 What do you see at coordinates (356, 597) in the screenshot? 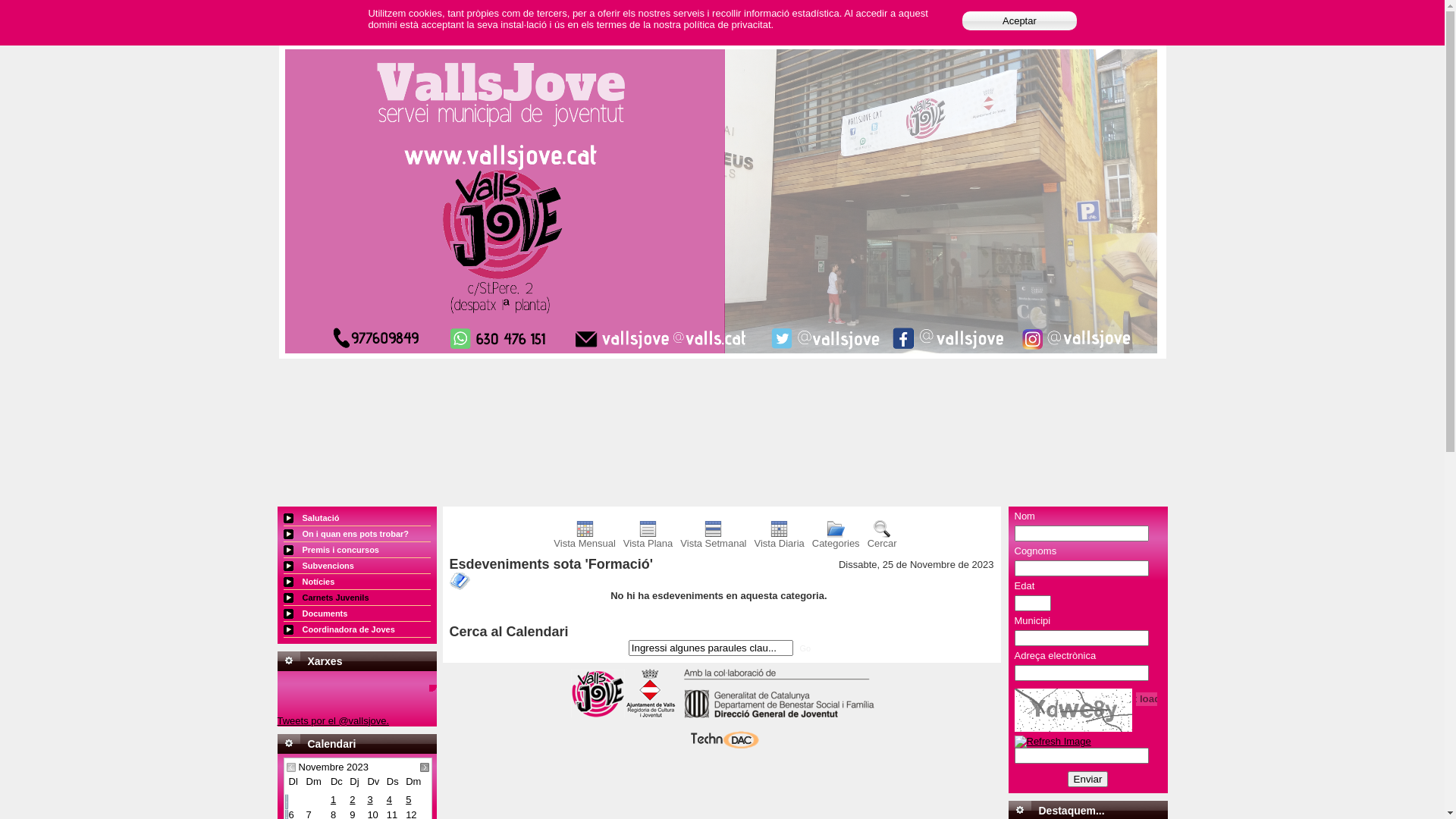
I see `'Carnets Juvenils'` at bounding box center [356, 597].